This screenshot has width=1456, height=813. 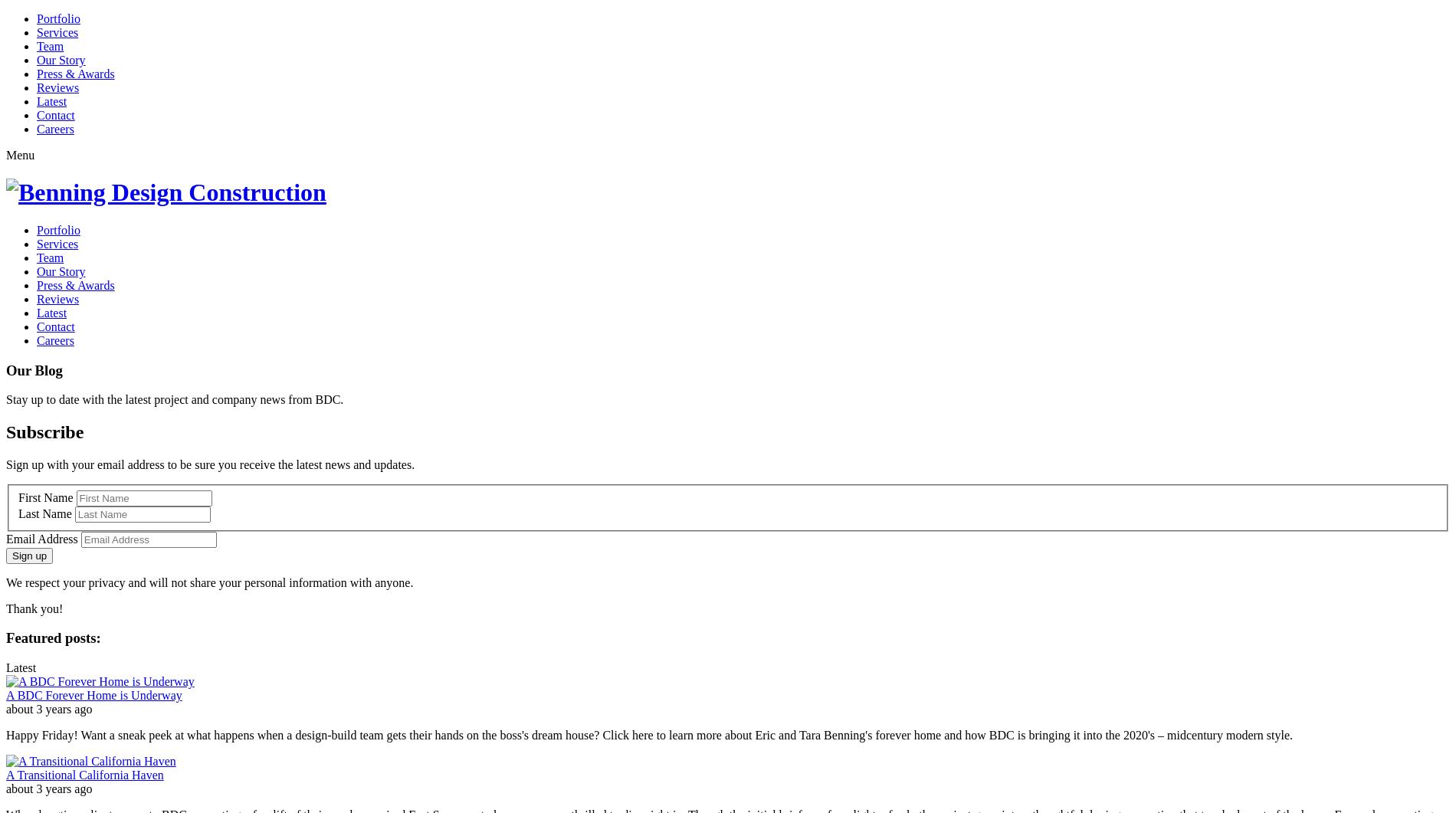 I want to click on 'Sign up', so click(x=11, y=555).